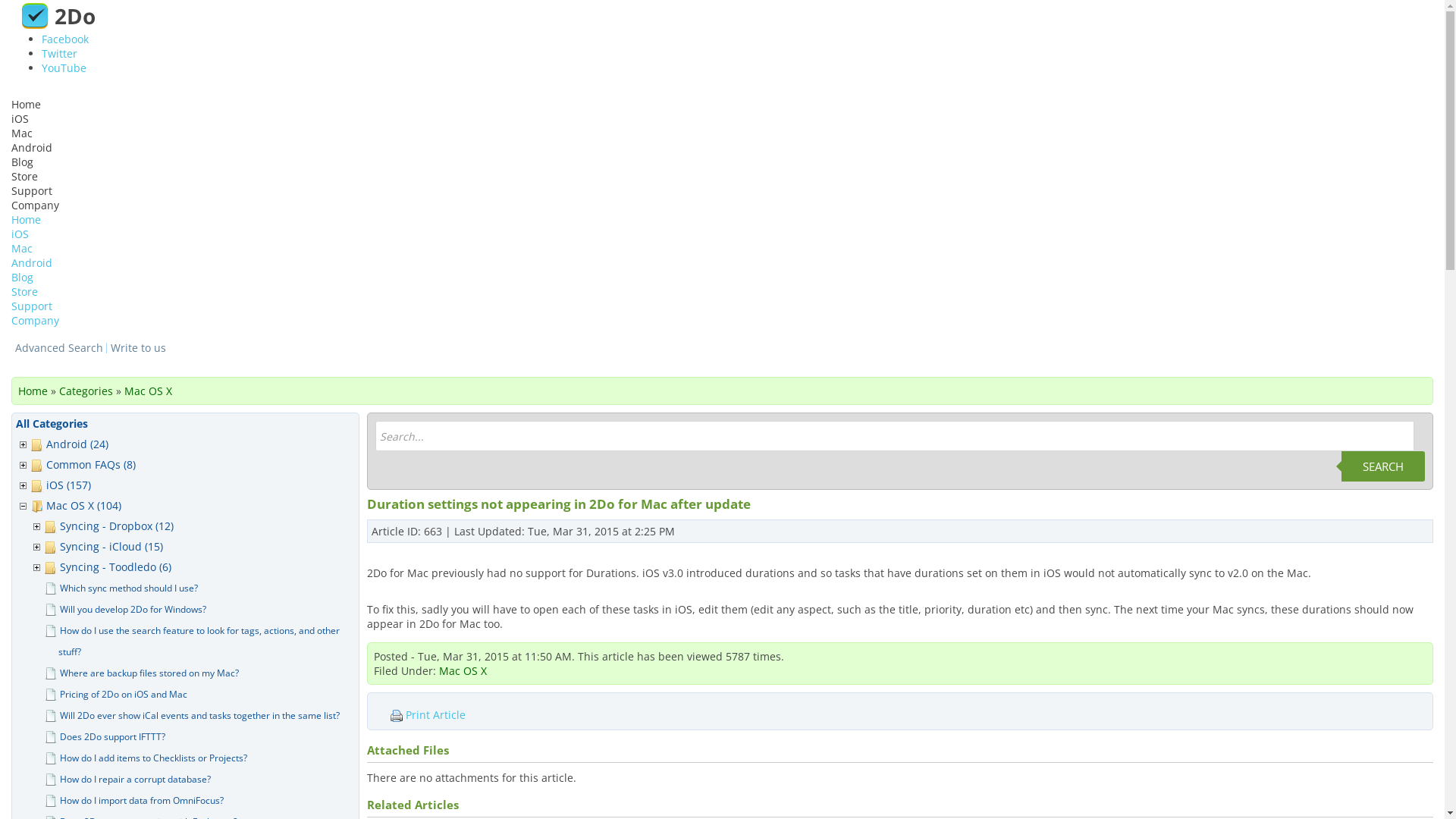  I want to click on 'Mac', so click(11, 132).